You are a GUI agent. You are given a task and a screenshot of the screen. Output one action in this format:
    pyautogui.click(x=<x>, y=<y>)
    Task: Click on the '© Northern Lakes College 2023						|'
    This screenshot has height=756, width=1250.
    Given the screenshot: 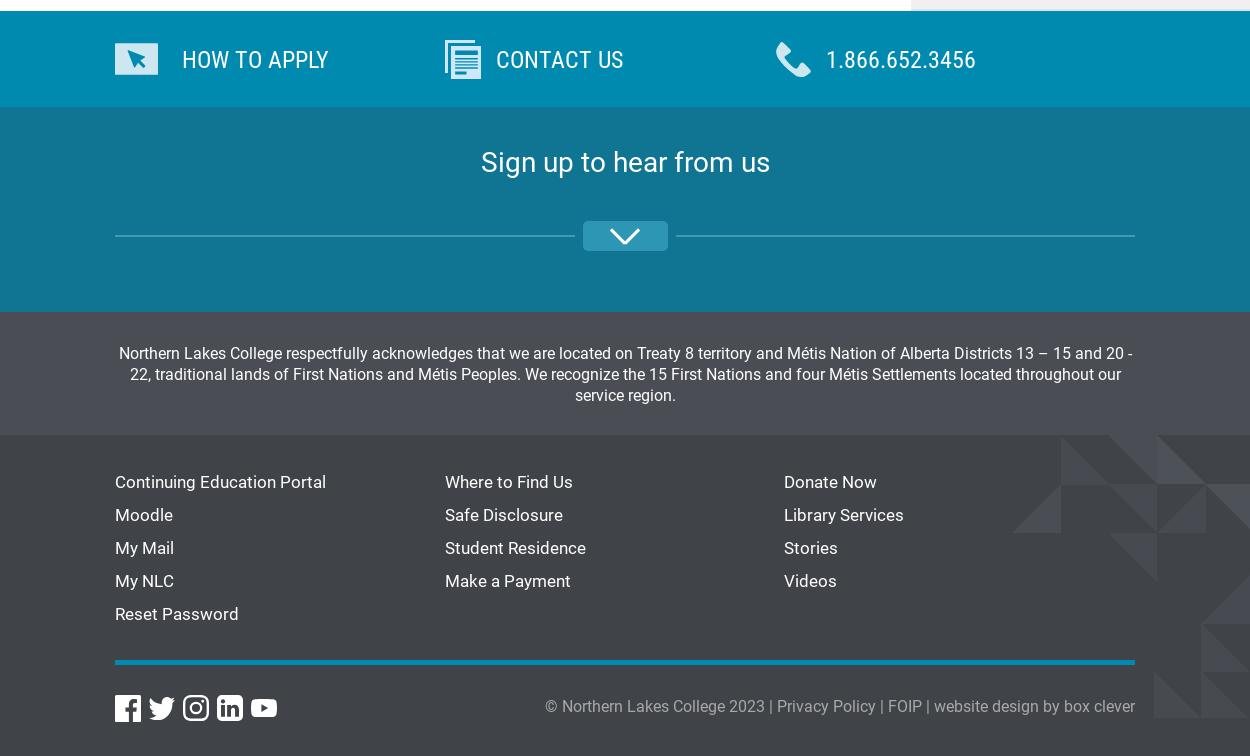 What is the action you would take?
    pyautogui.click(x=661, y=704)
    